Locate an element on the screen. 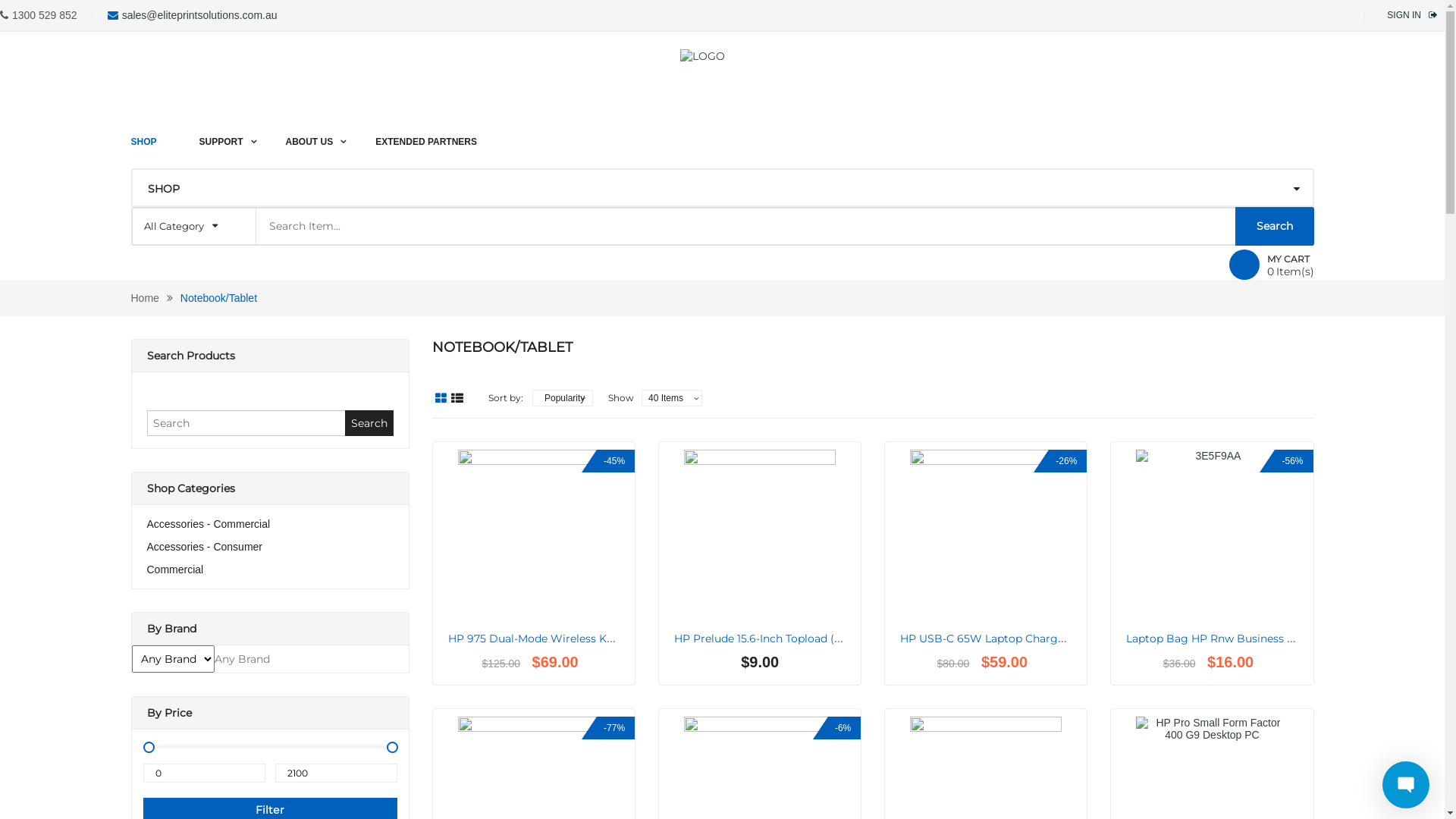 This screenshot has height=819, width=1456. 'Search' is located at coordinates (1274, 226).